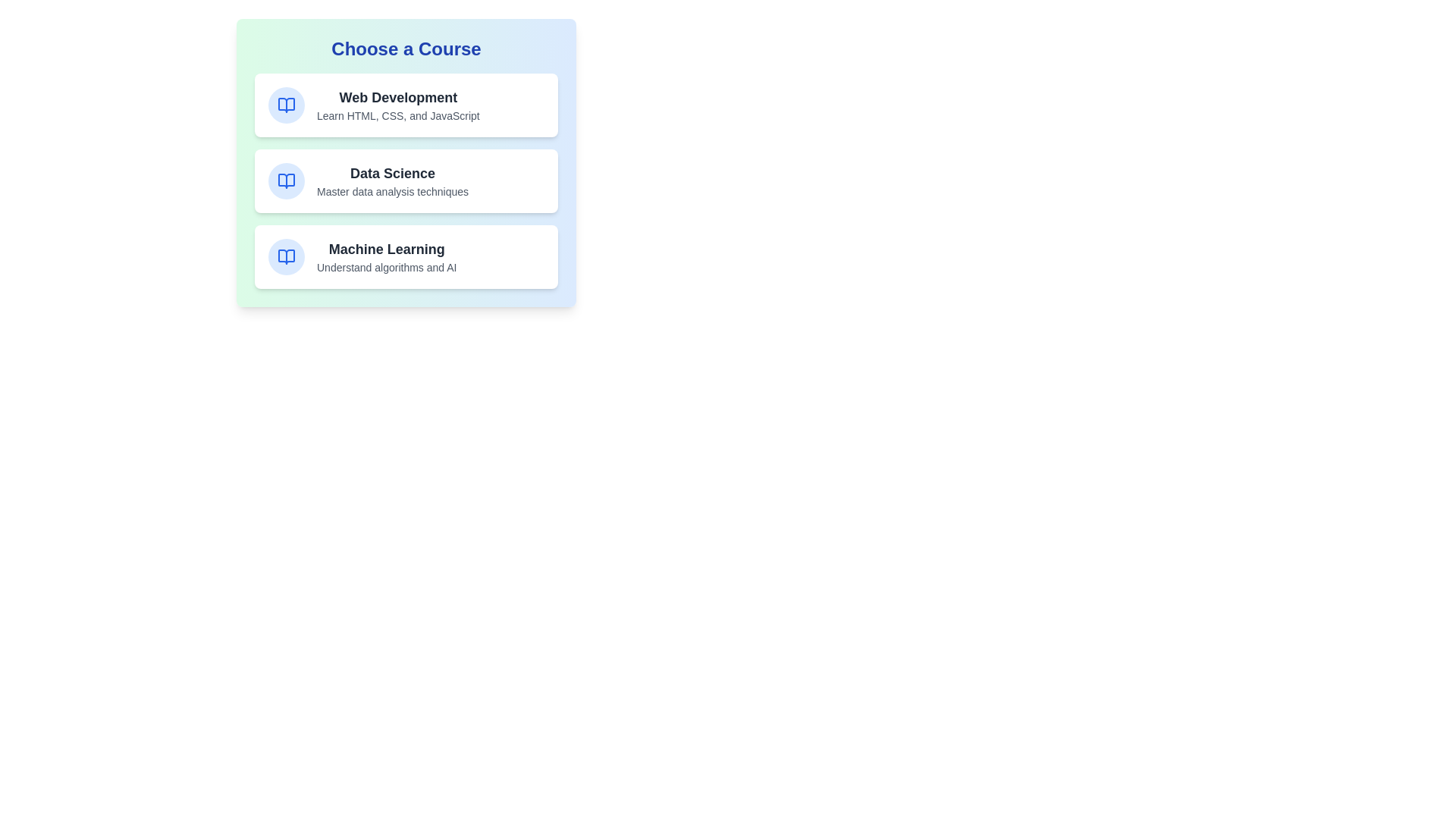 The height and width of the screenshot is (819, 1456). What do you see at coordinates (406, 163) in the screenshot?
I see `the 'Data Science' course card, which is the second item in a vertical list of three course options` at bounding box center [406, 163].